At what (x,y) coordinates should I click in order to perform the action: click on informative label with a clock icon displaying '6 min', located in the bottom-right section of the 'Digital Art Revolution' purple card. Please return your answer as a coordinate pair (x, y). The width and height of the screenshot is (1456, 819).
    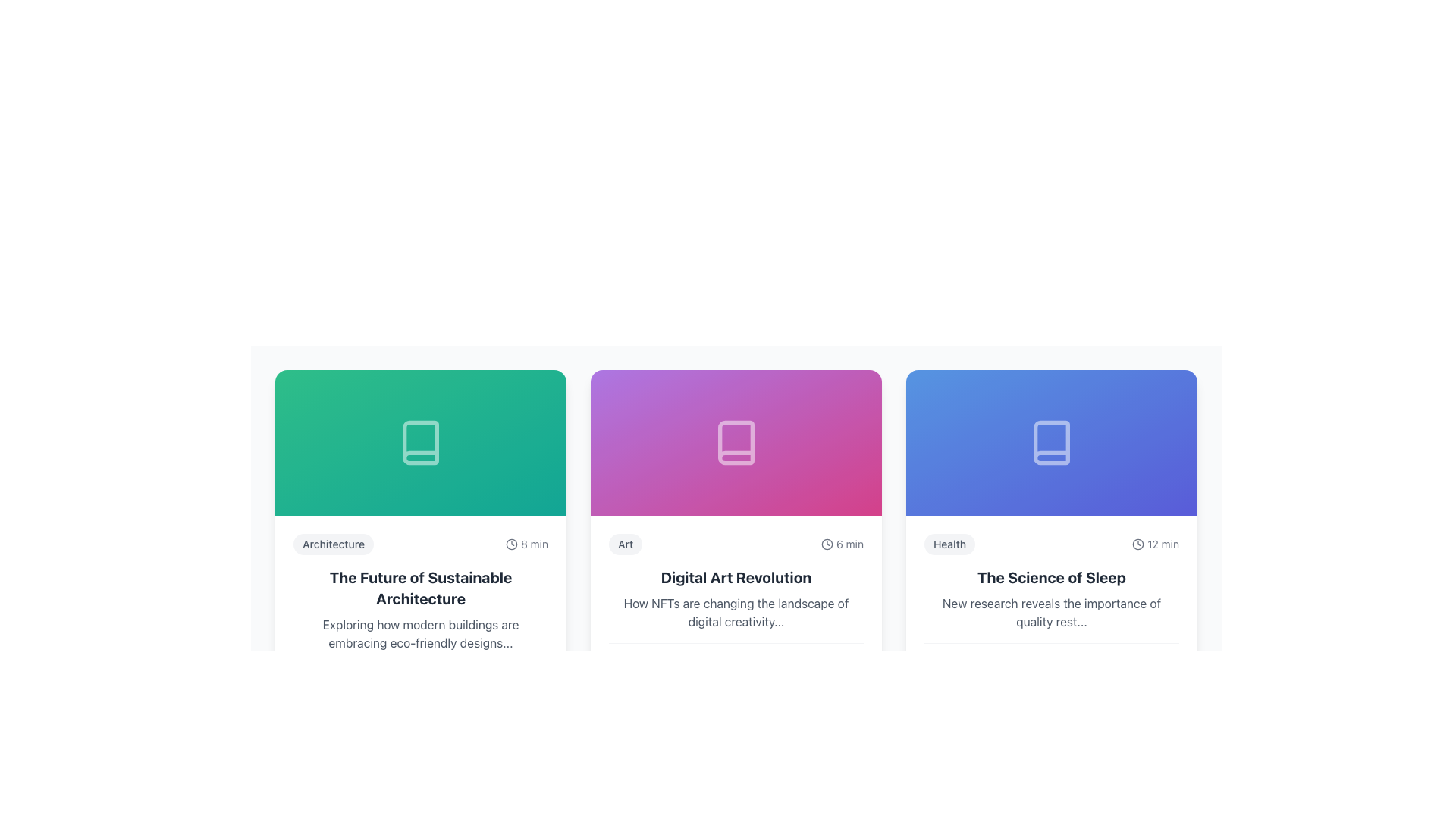
    Looking at the image, I should click on (842, 543).